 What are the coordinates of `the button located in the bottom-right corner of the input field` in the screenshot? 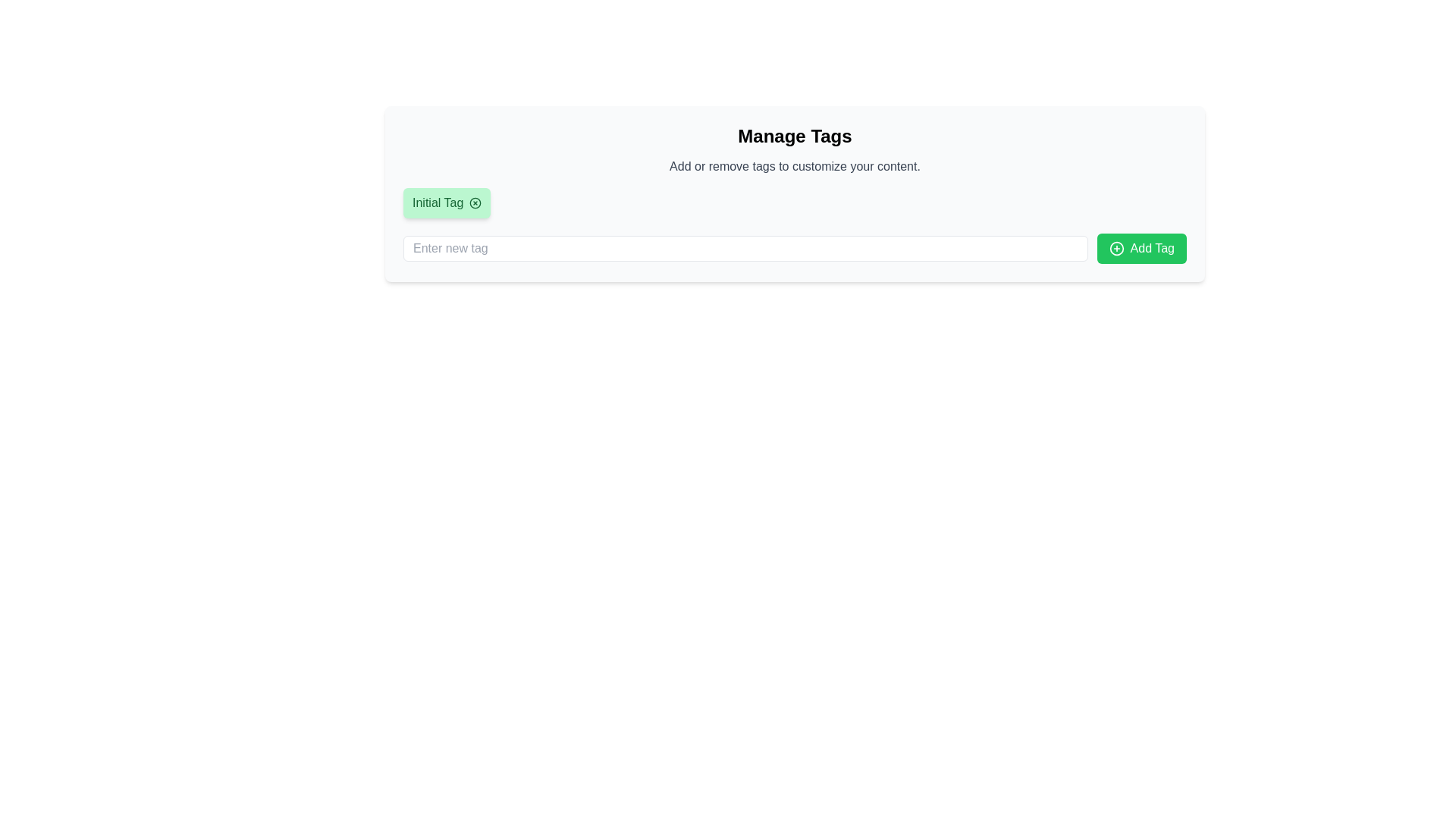 It's located at (1141, 247).